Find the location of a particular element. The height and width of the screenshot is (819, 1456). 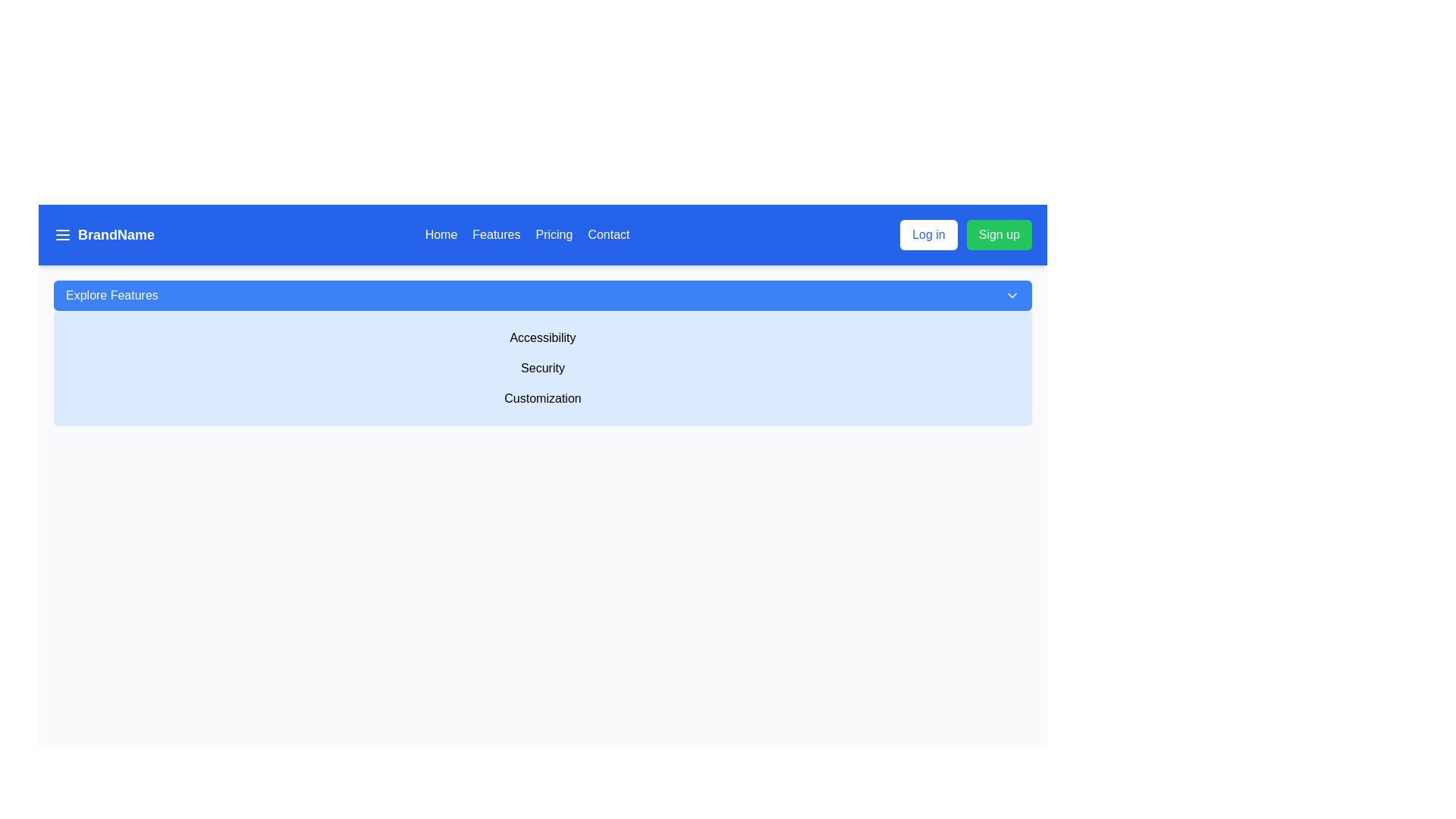

the 'Pricing' text link in the navigation bar is located at coordinates (553, 234).